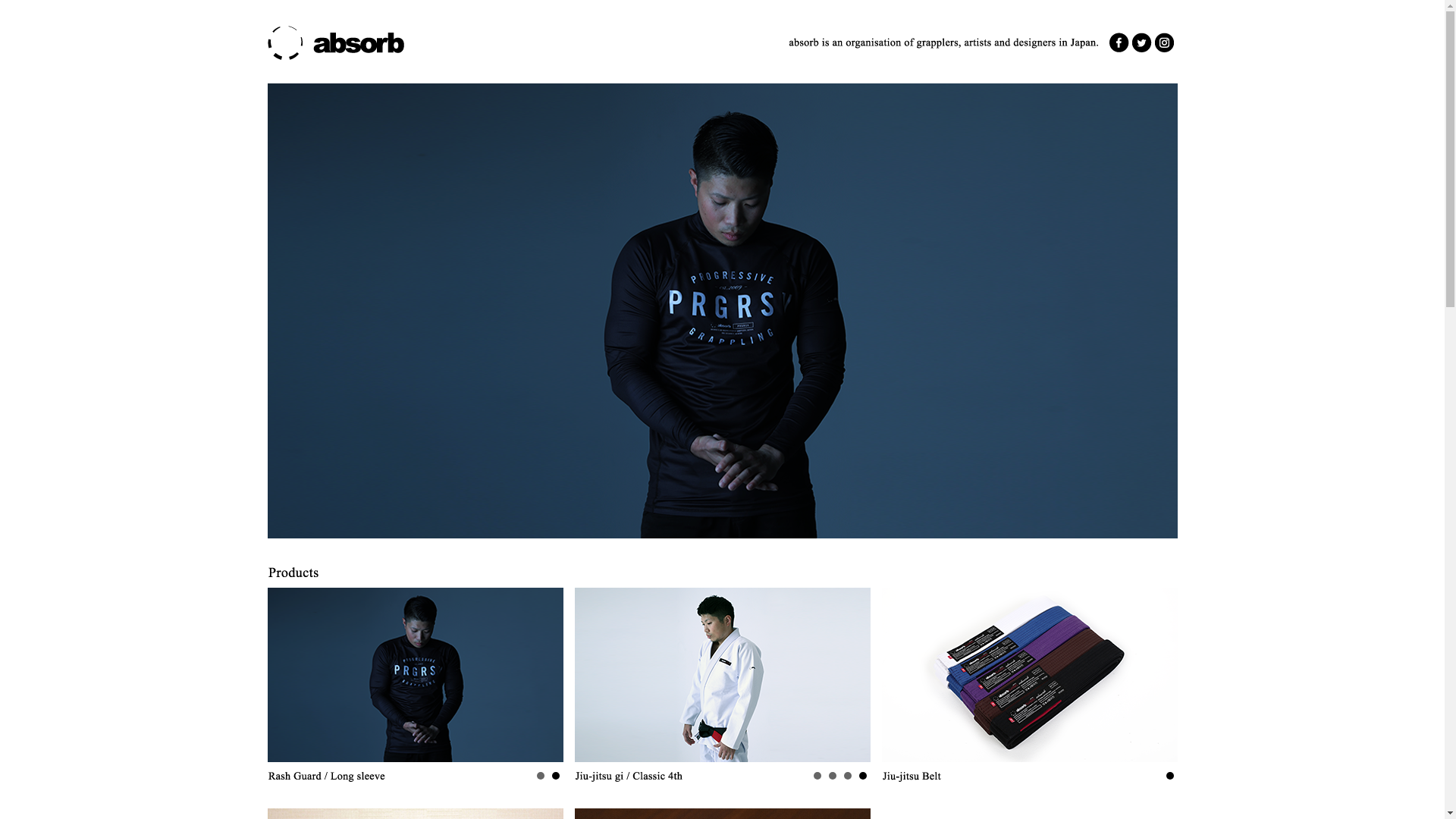 Image resolution: width=1456 pixels, height=819 pixels. Describe the element at coordinates (287, 674) in the screenshot. I see `'Prev'` at that location.